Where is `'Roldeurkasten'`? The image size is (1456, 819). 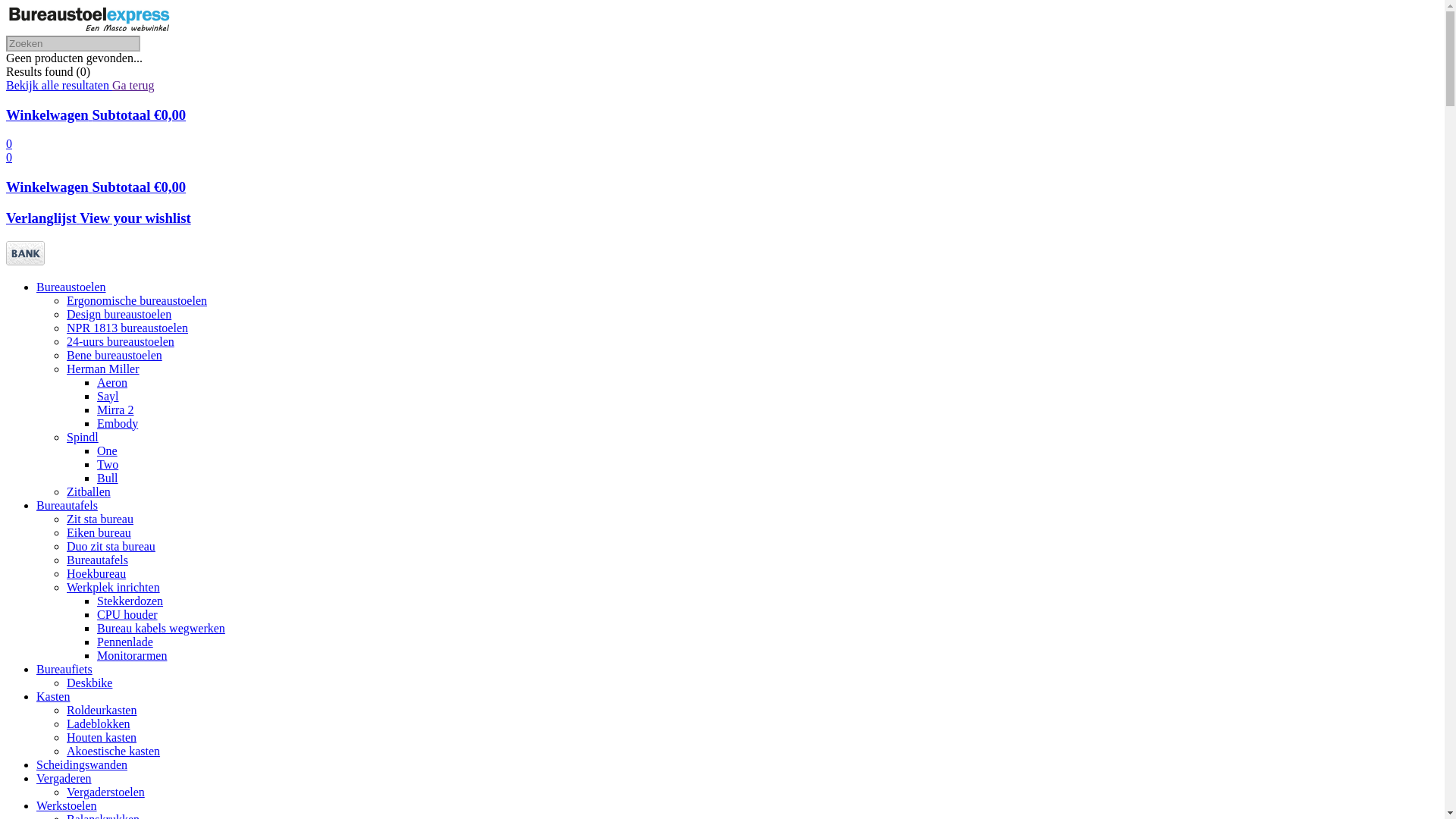
'Roldeurkasten' is located at coordinates (65, 710).